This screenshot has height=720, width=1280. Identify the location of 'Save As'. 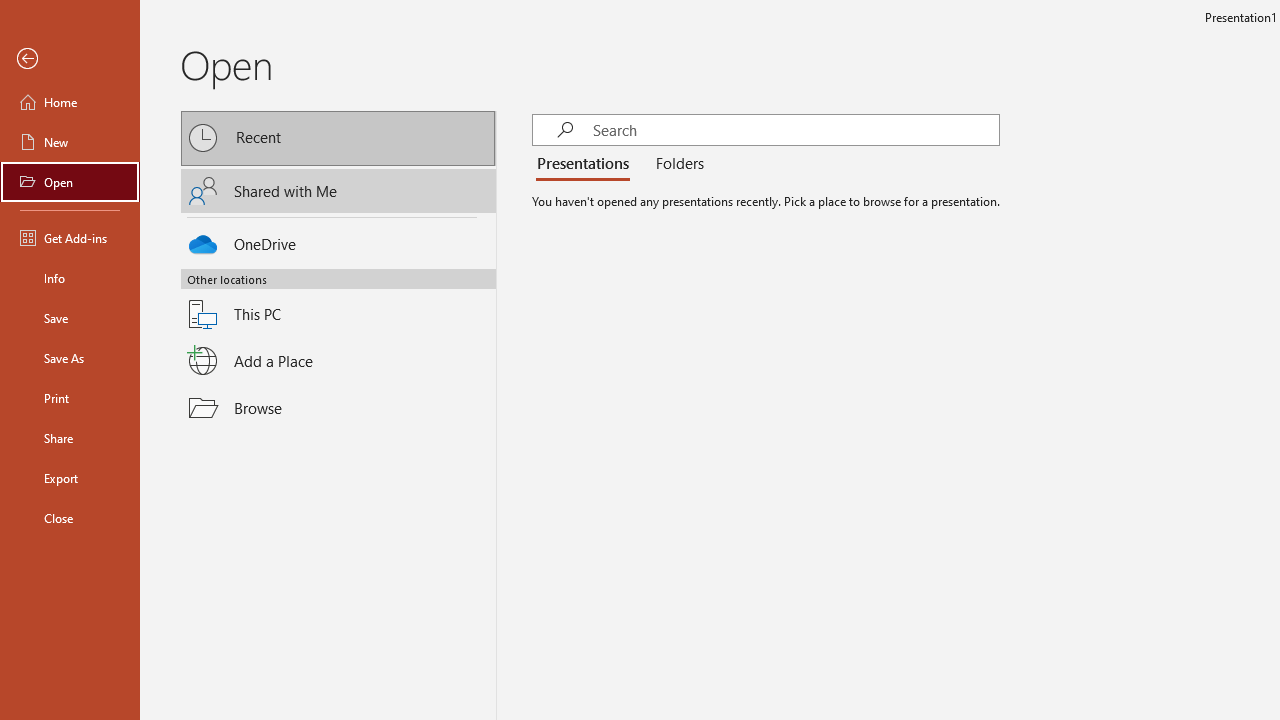
(69, 356).